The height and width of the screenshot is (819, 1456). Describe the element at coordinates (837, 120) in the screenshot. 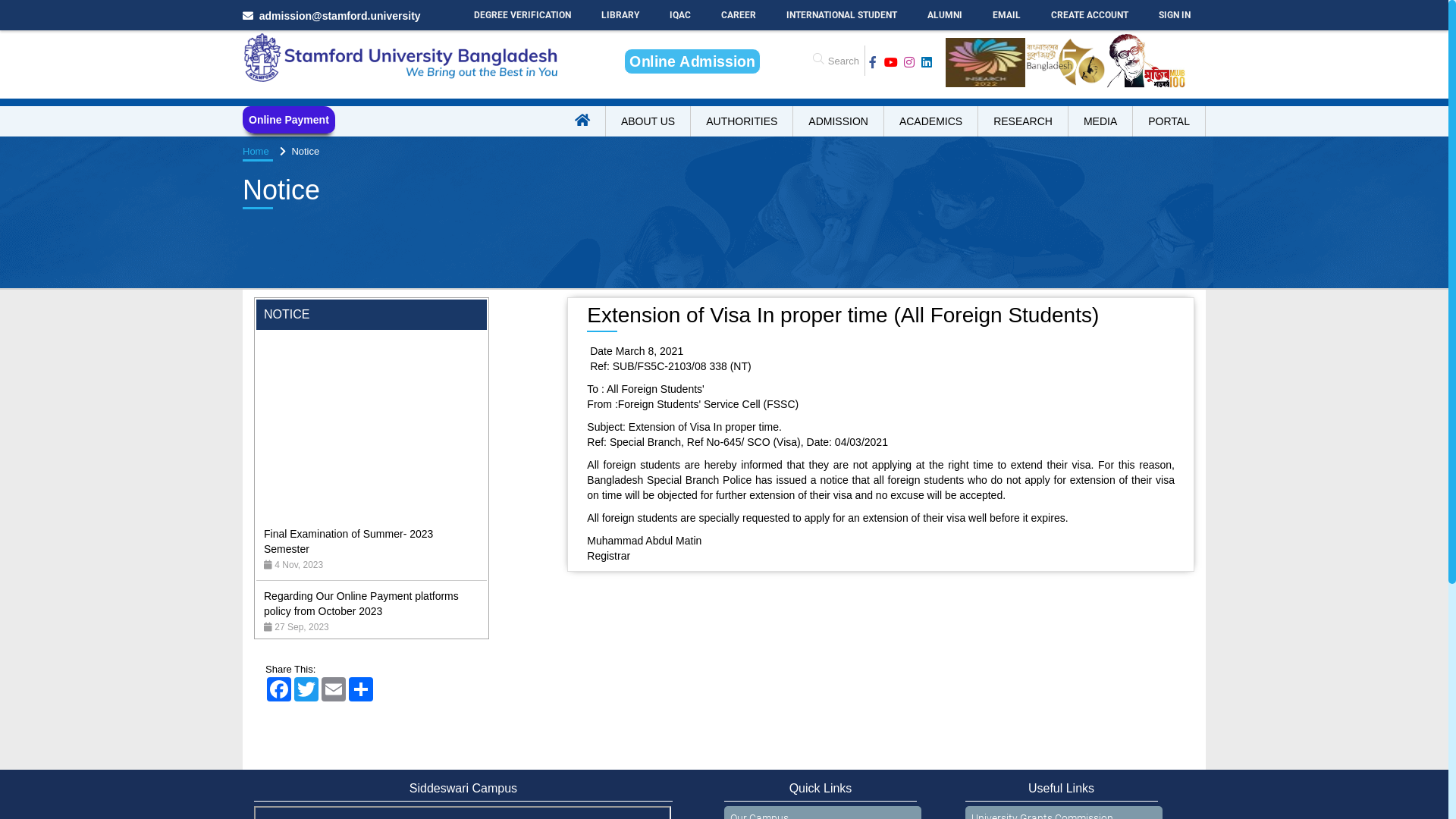

I see `'ADMISSION'` at that location.